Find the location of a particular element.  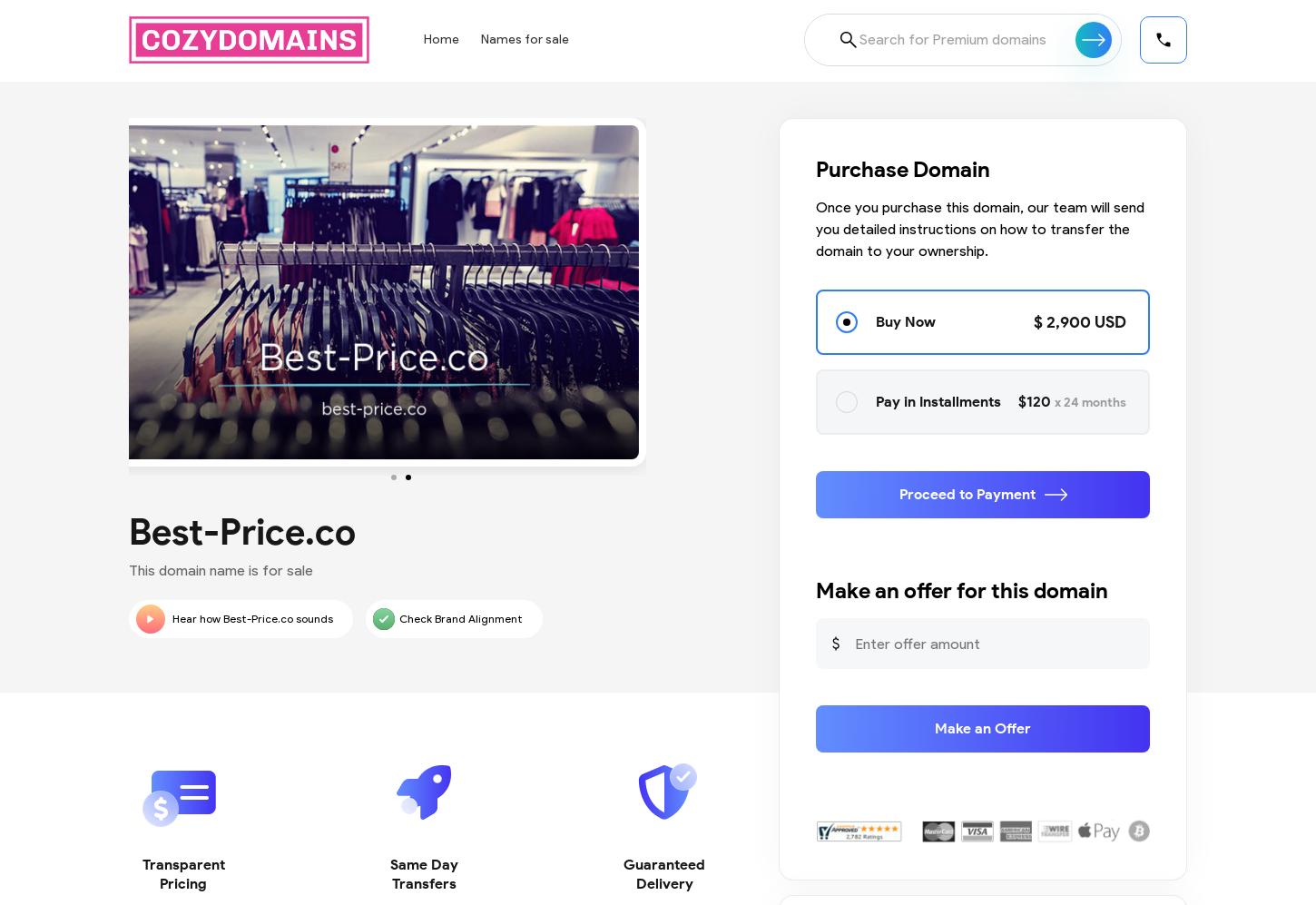

'Once you purchase this domain, our team will send you detailed instructions on how to transfer the domain to your ownership.' is located at coordinates (979, 228).